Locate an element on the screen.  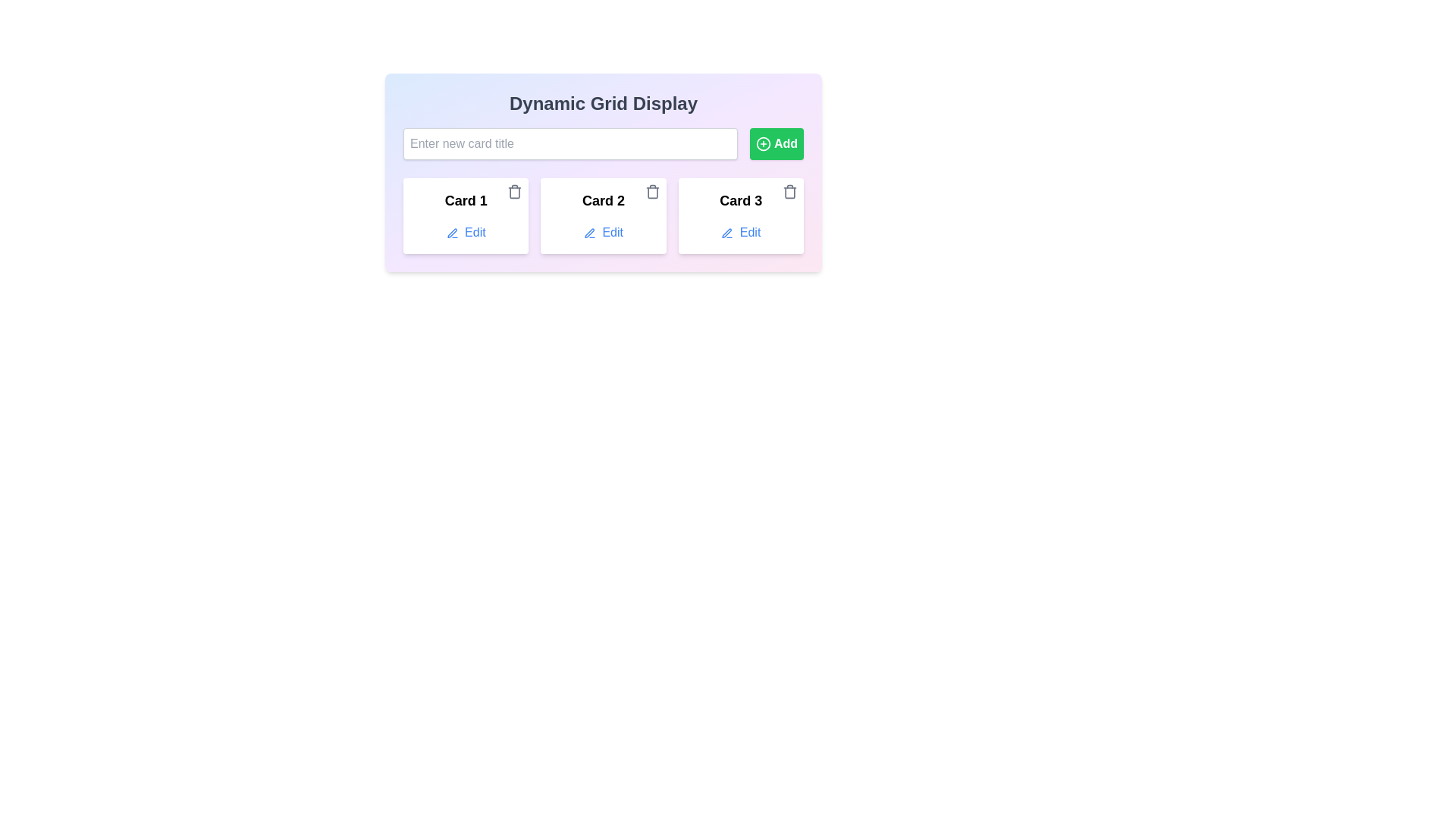
the text 'Dynamic Grid Display' which is prominently displayed in bold, large gray font at the top of the interface is located at coordinates (603, 103).